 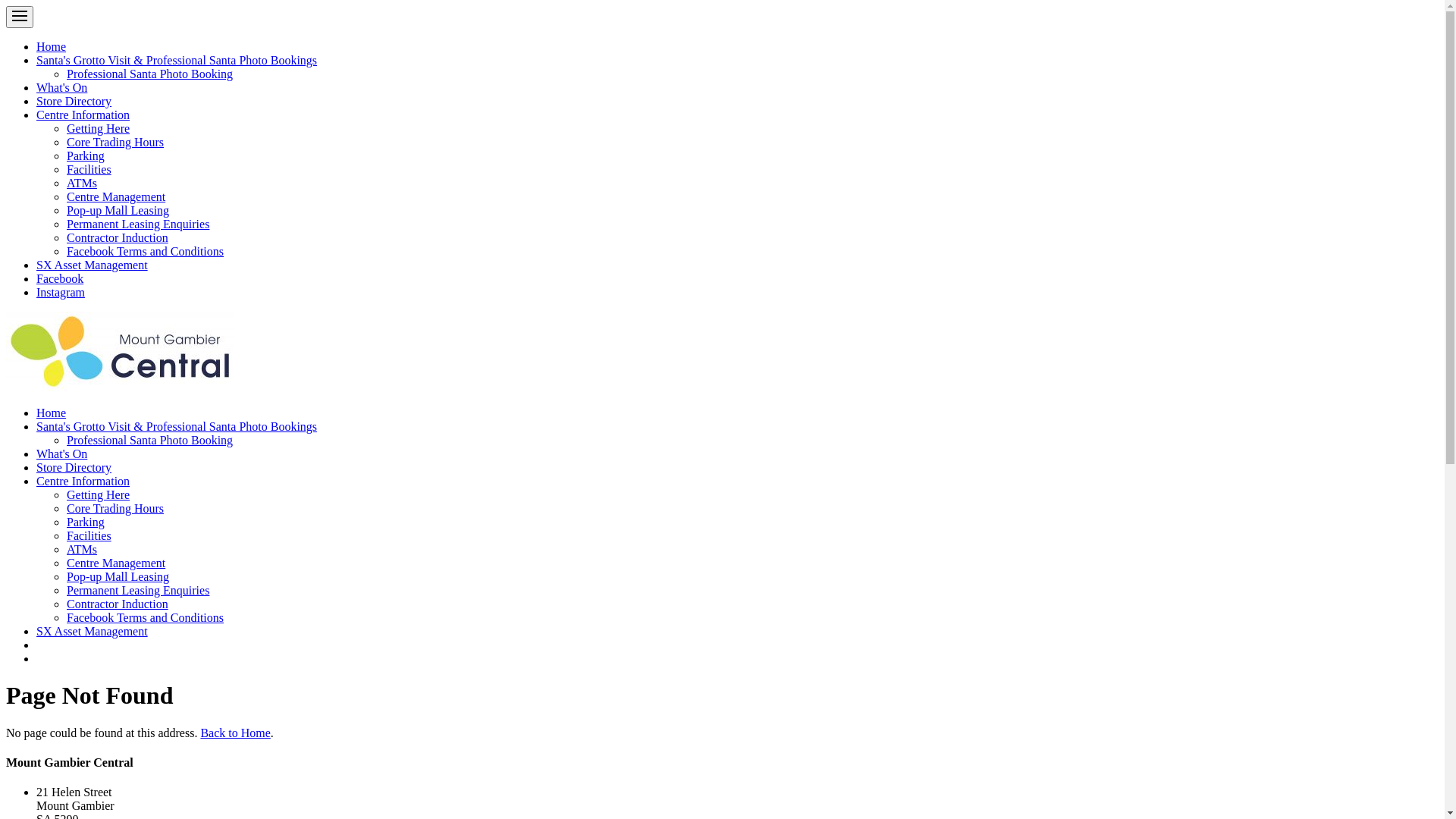 What do you see at coordinates (115, 142) in the screenshot?
I see `'Core Trading Hours'` at bounding box center [115, 142].